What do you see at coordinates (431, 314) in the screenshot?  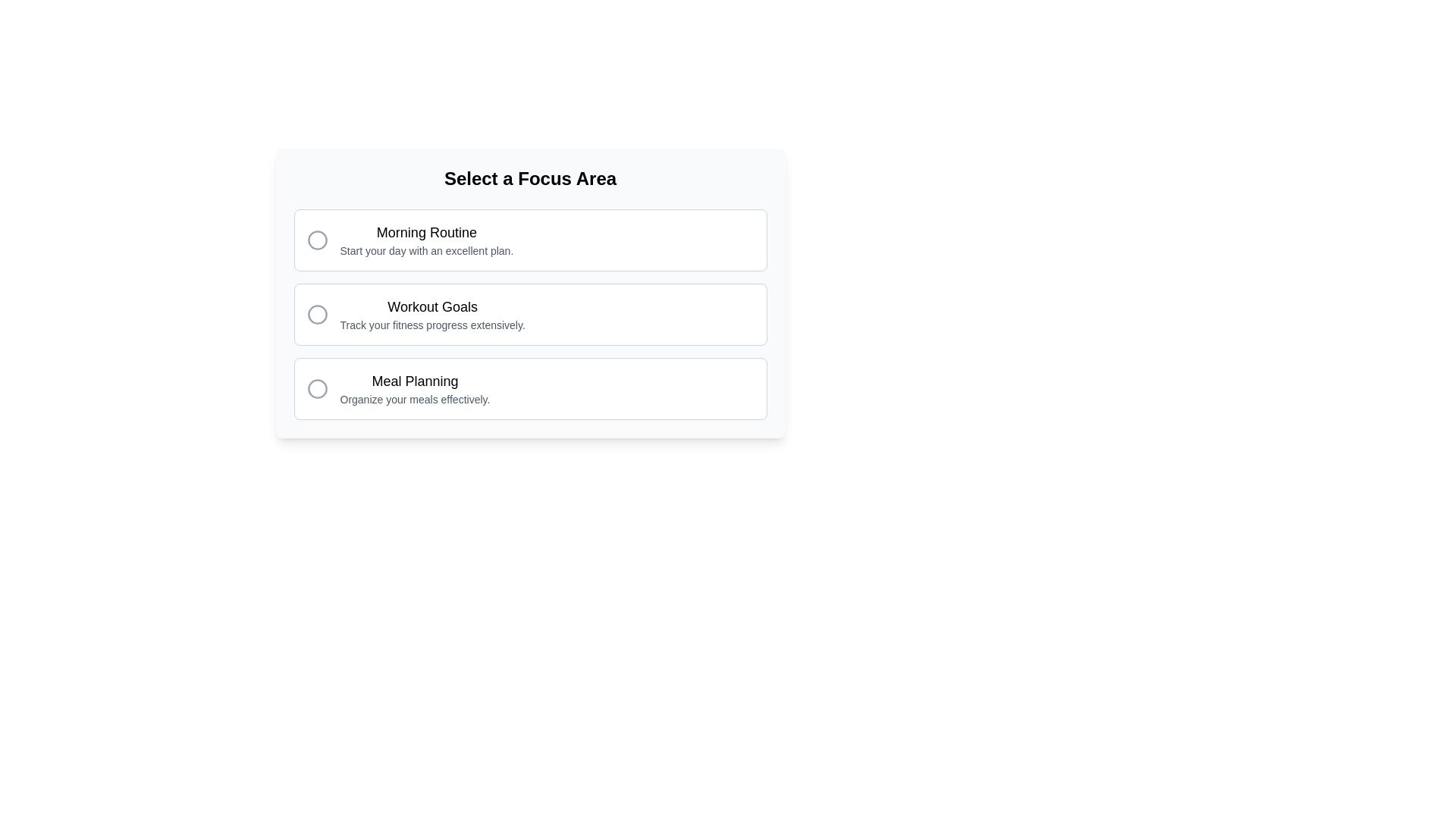 I see `text block labeled 'Workout Goals' which is the second selectable option in the list under the heading 'Select a Focus Area'` at bounding box center [431, 314].